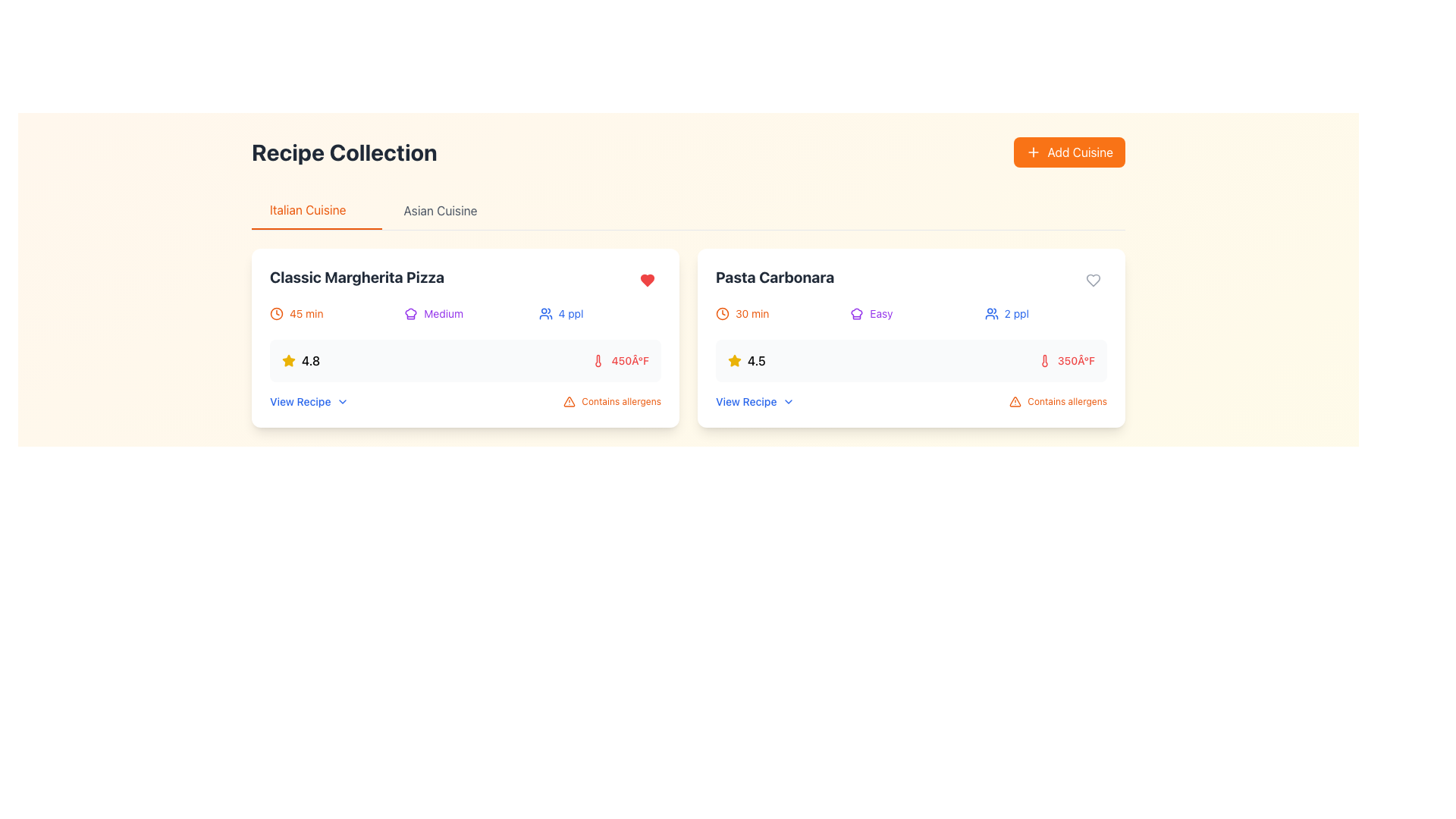  Describe the element at coordinates (630, 360) in the screenshot. I see `the label displaying the recommended cooking temperature for the 'Classic Margherita Pizza' recipe, located in the lower right section of the recipe information card` at that location.